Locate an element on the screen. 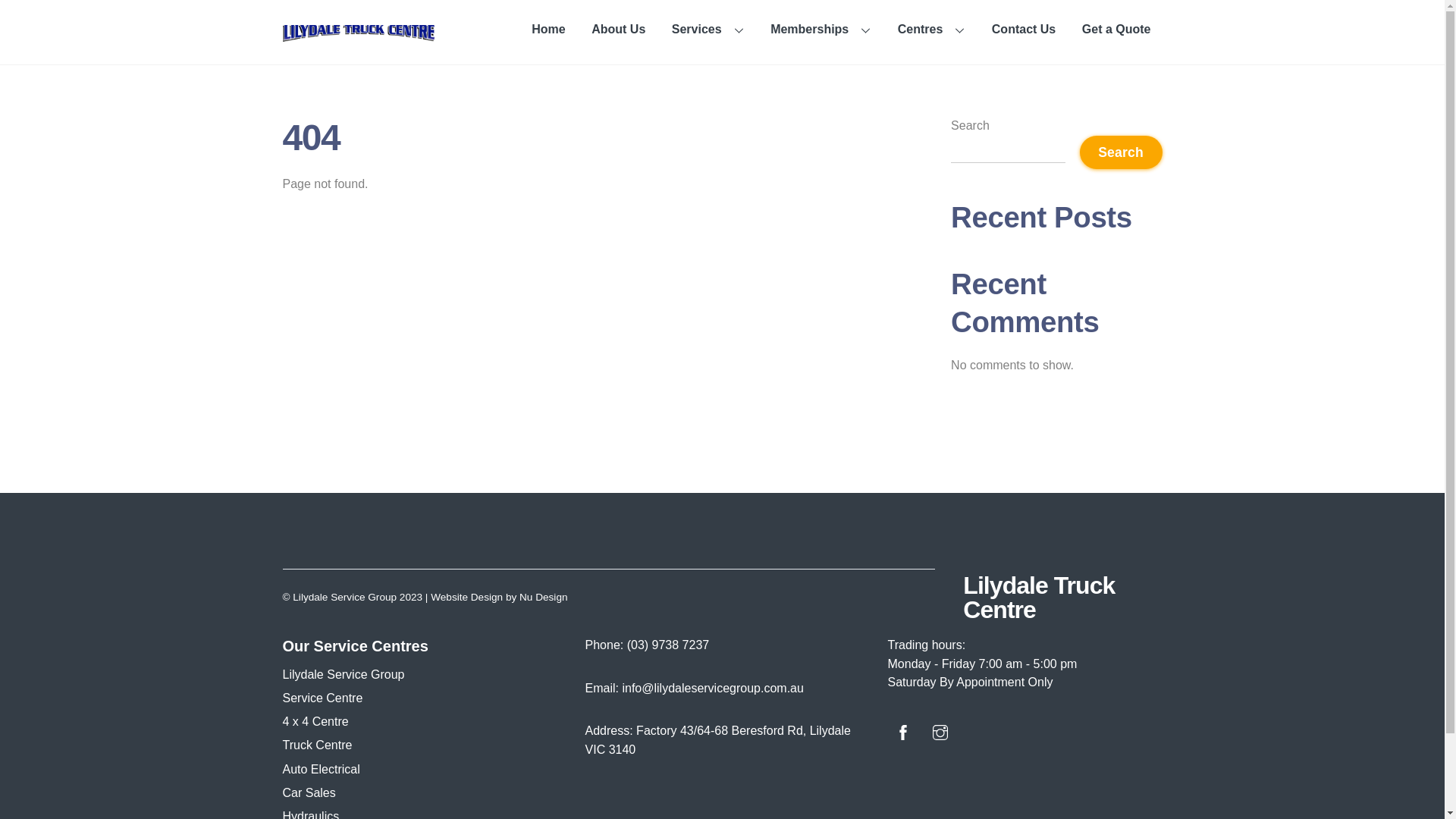 The width and height of the screenshot is (1456, 819). 'Memberships' is located at coordinates (759, 29).